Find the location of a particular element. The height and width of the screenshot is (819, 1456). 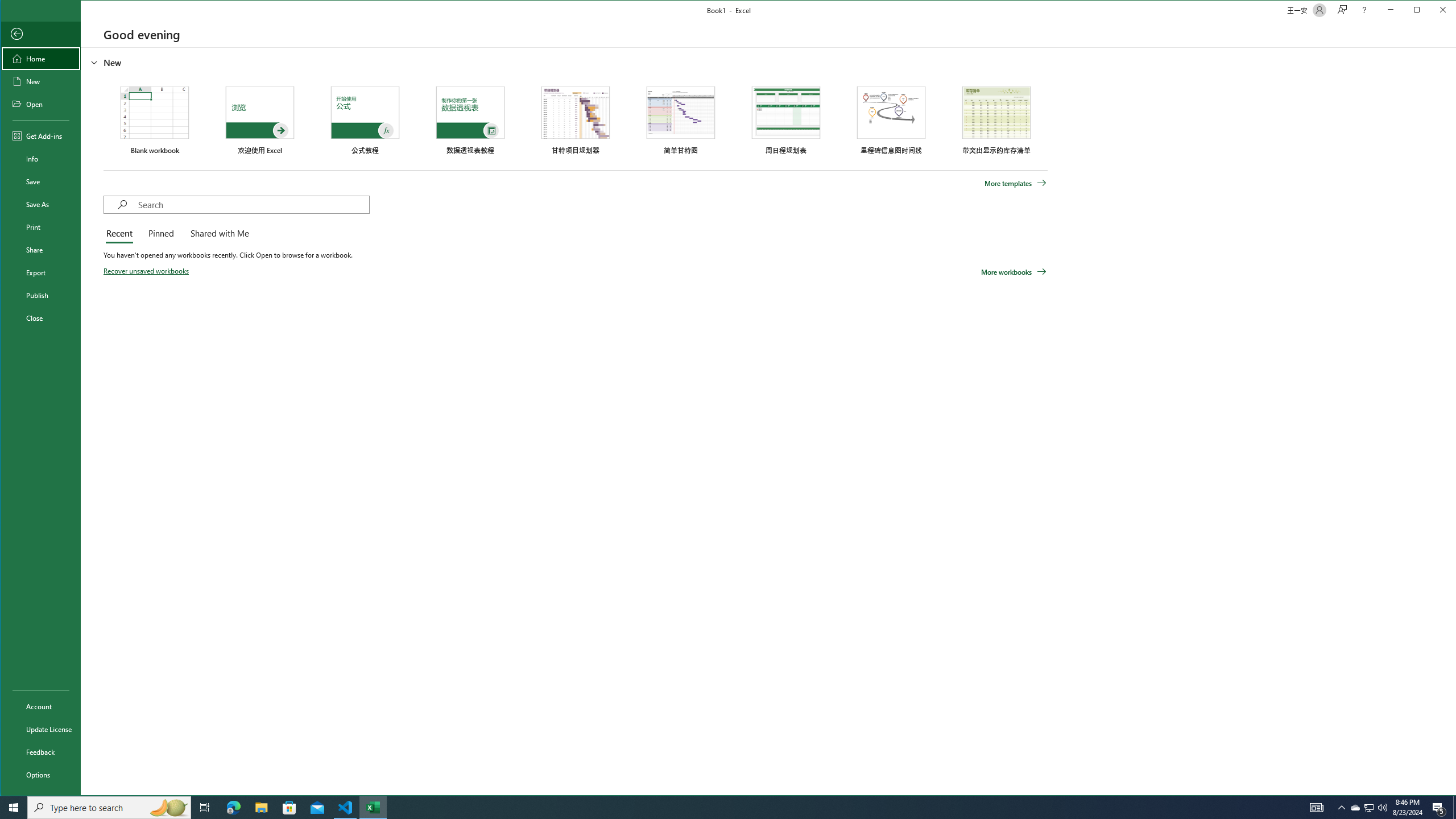

'Info' is located at coordinates (40, 159).